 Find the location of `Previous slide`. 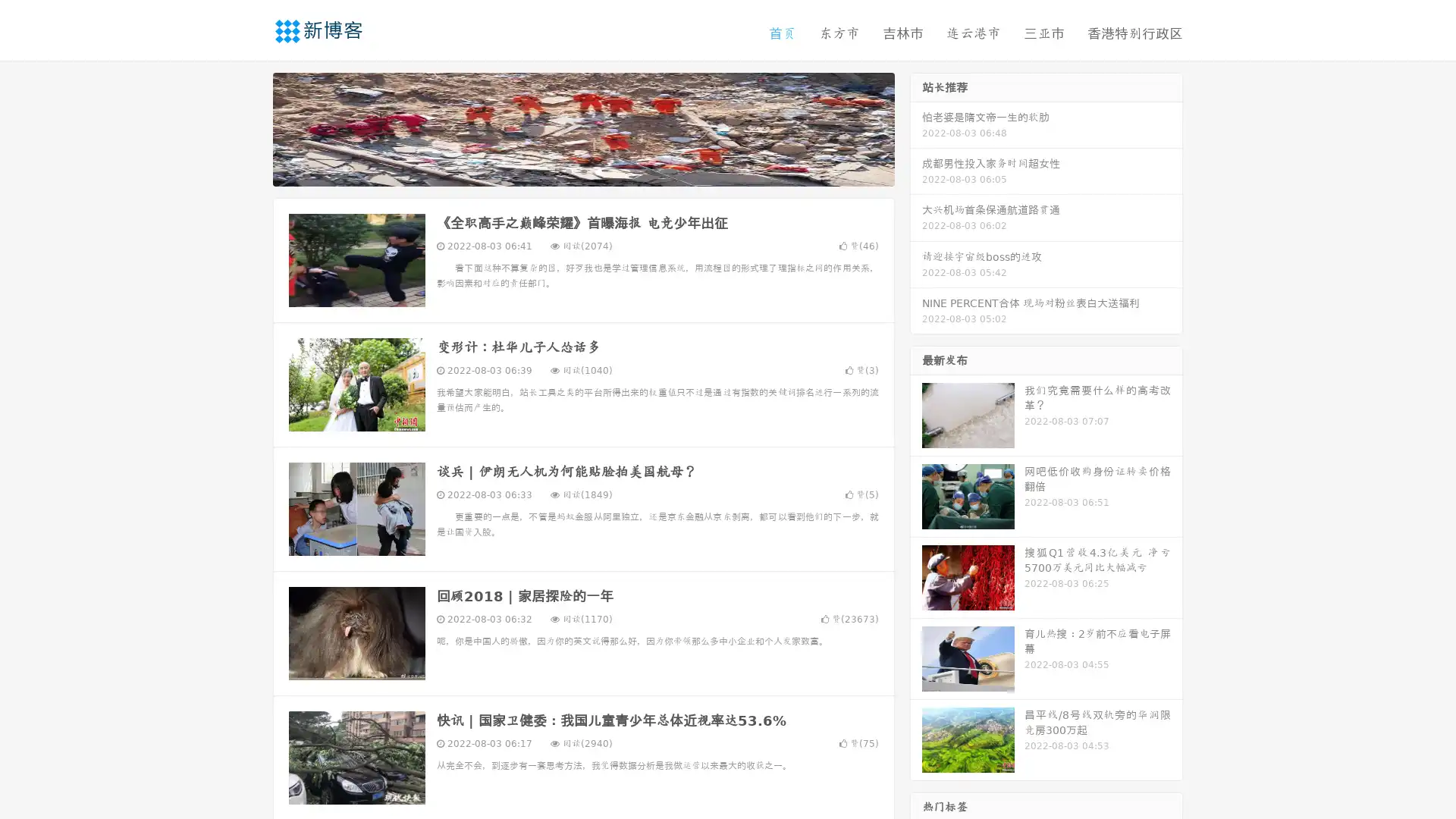

Previous slide is located at coordinates (250, 127).